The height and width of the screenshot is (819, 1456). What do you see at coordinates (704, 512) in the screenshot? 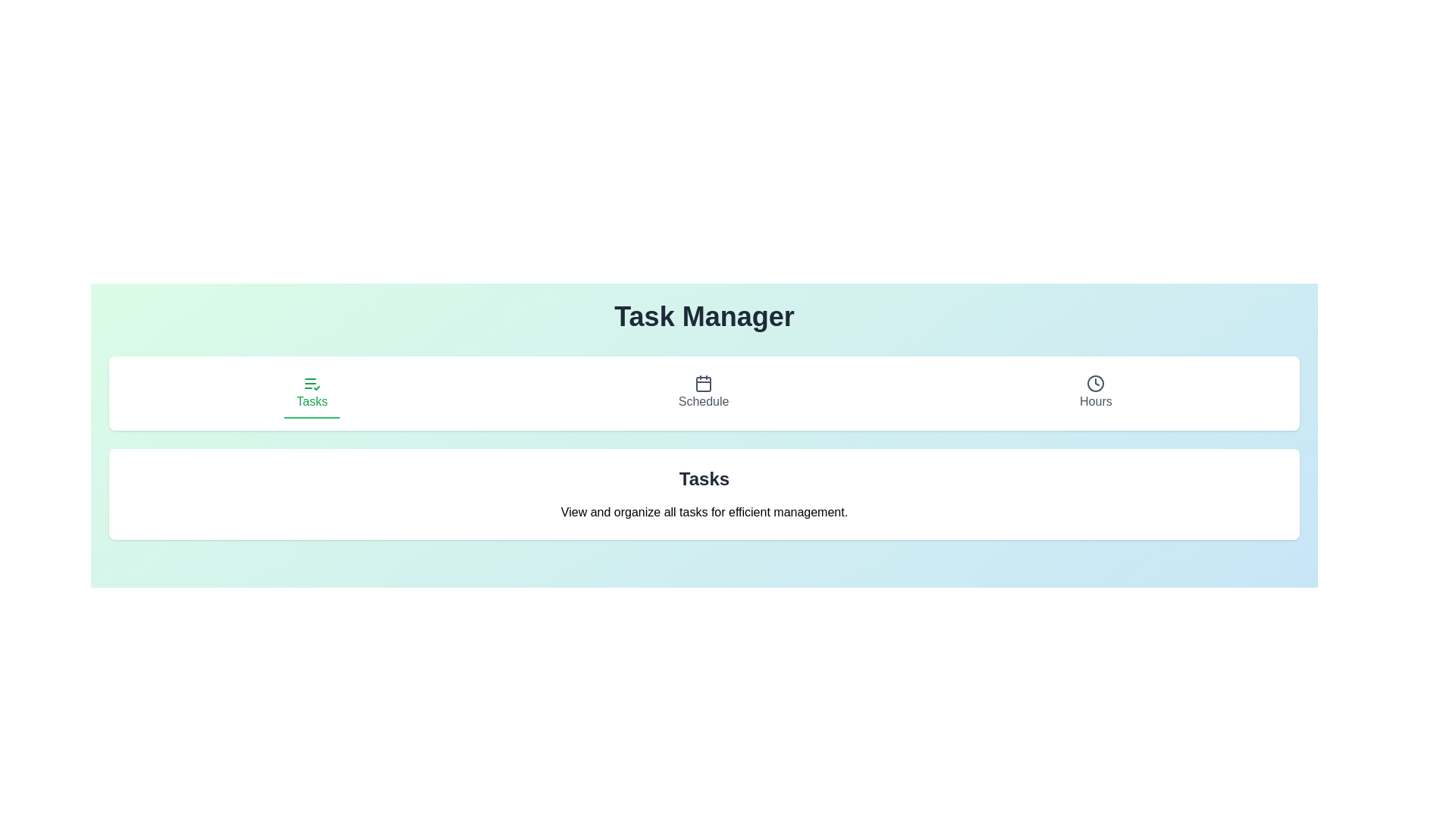
I see `the informational text that reads 'View and organize all tasks for efficient management.' located beneath the 'Tasks' header in the white rectangular section` at bounding box center [704, 512].